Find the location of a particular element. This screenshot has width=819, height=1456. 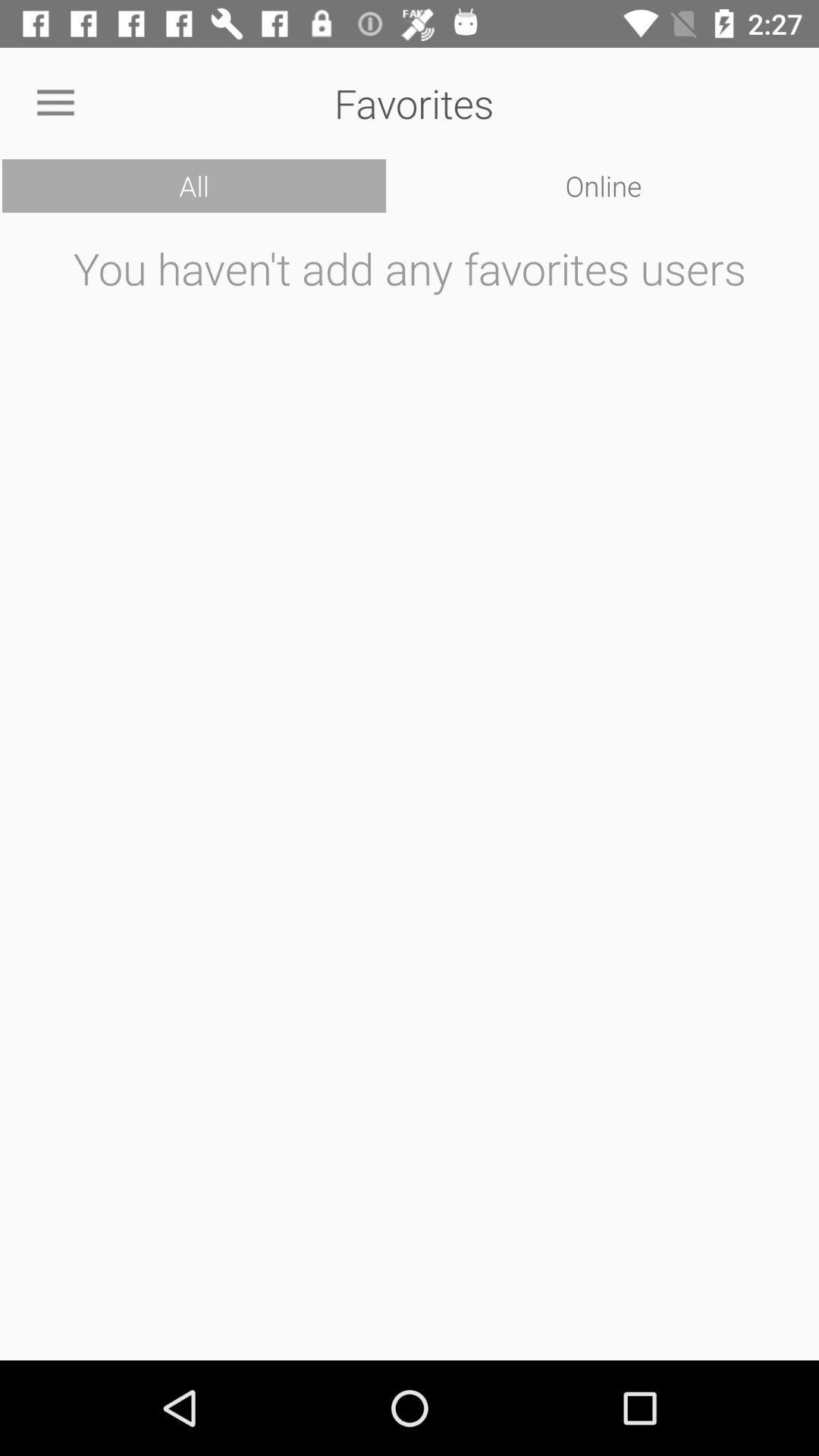

the icon to the right of all icon is located at coordinates (603, 185).